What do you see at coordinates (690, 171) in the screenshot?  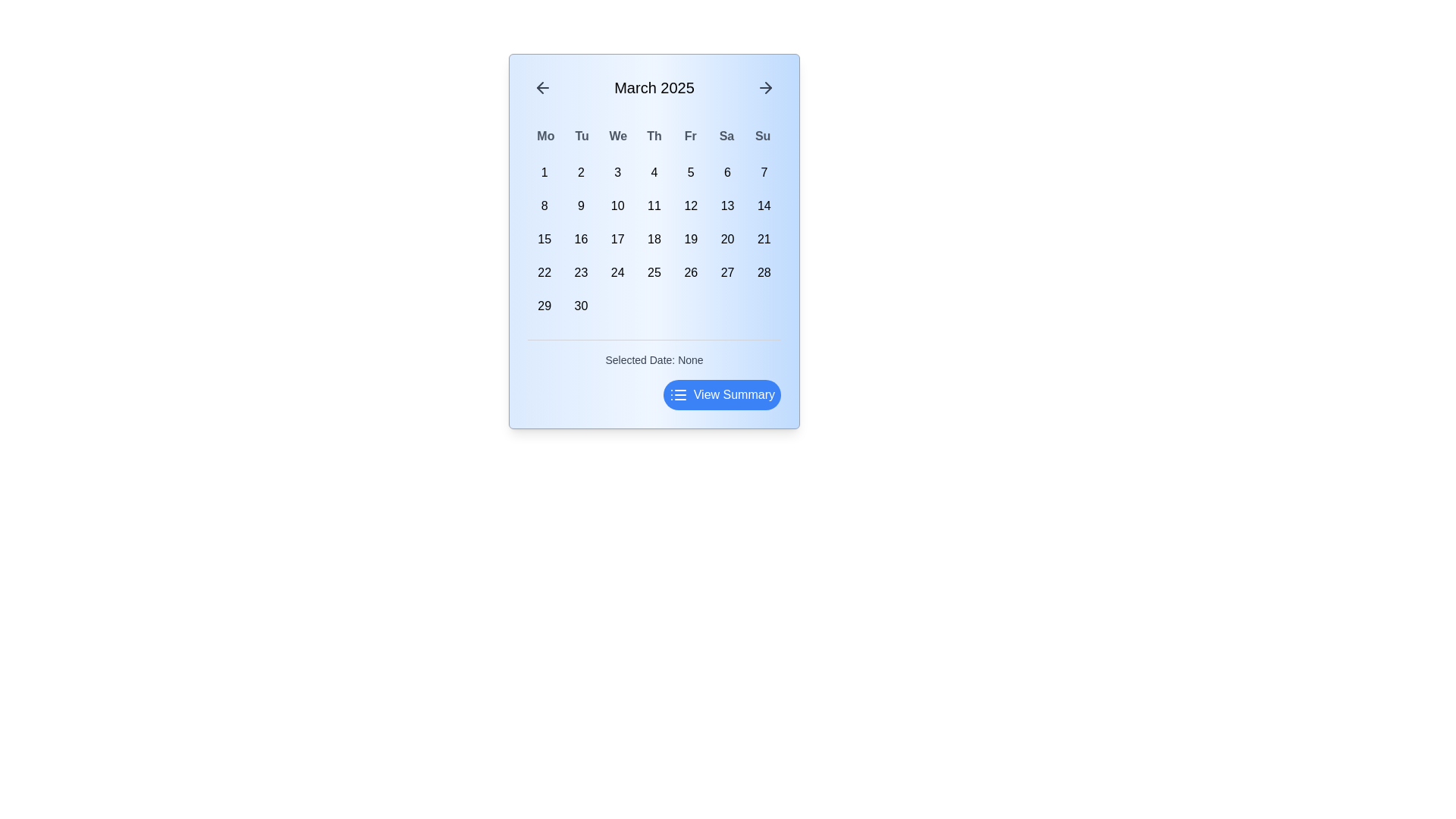 I see `the circular interactive button displaying the number '5'` at bounding box center [690, 171].